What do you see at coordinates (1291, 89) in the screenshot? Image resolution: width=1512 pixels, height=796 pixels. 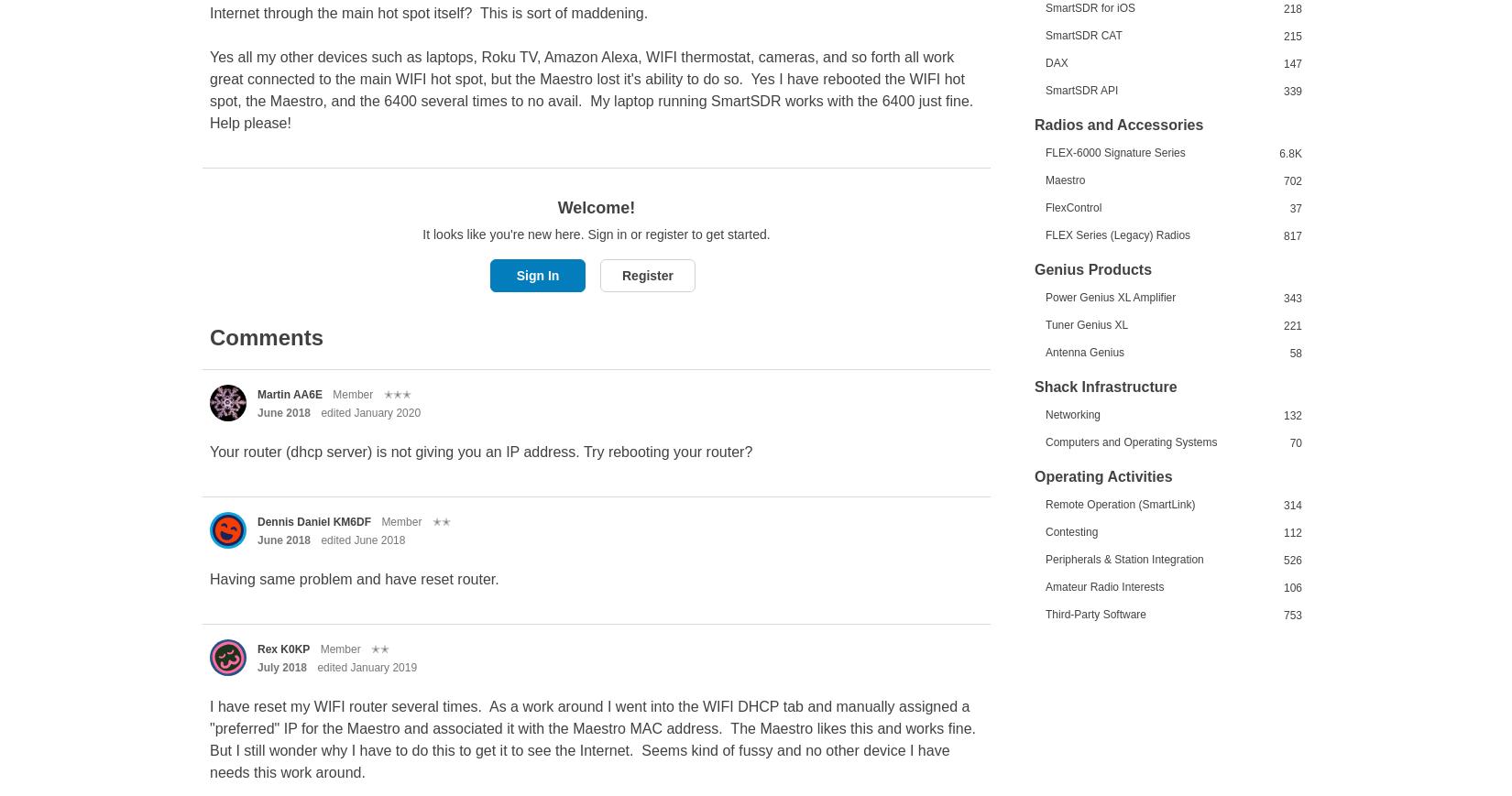 I see `'339'` at bounding box center [1291, 89].